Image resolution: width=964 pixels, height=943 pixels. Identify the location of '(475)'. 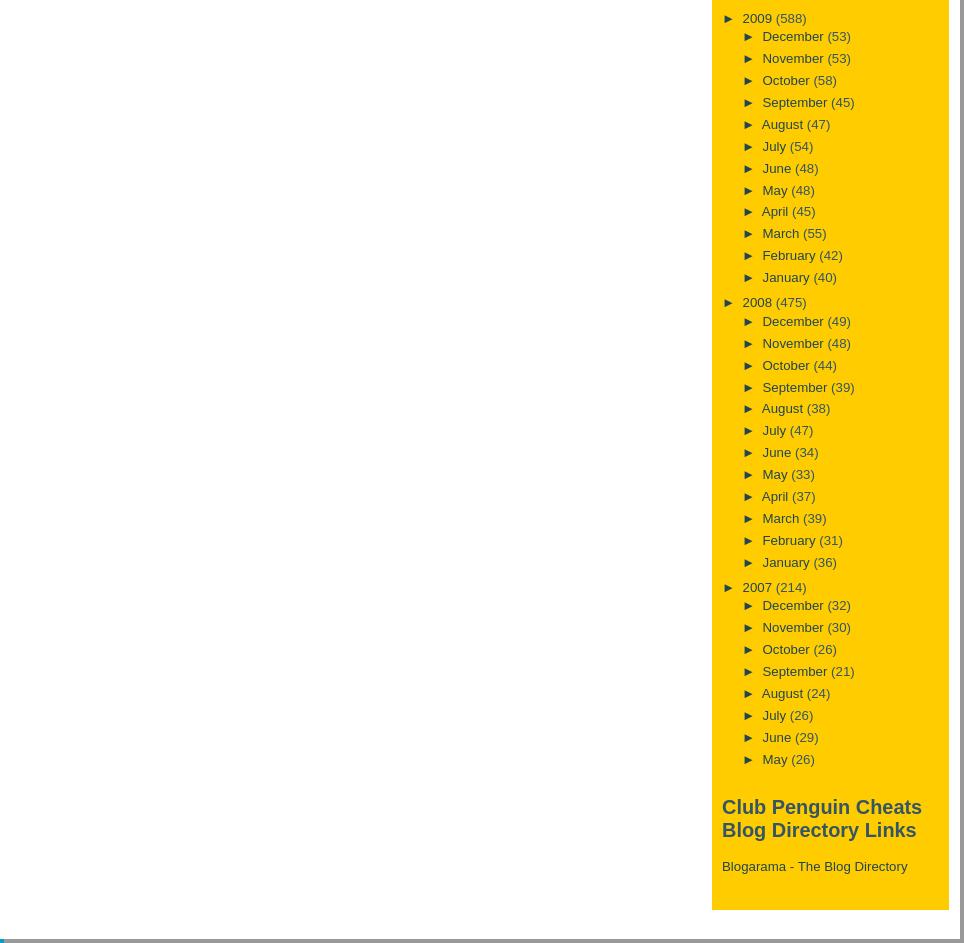
(790, 301).